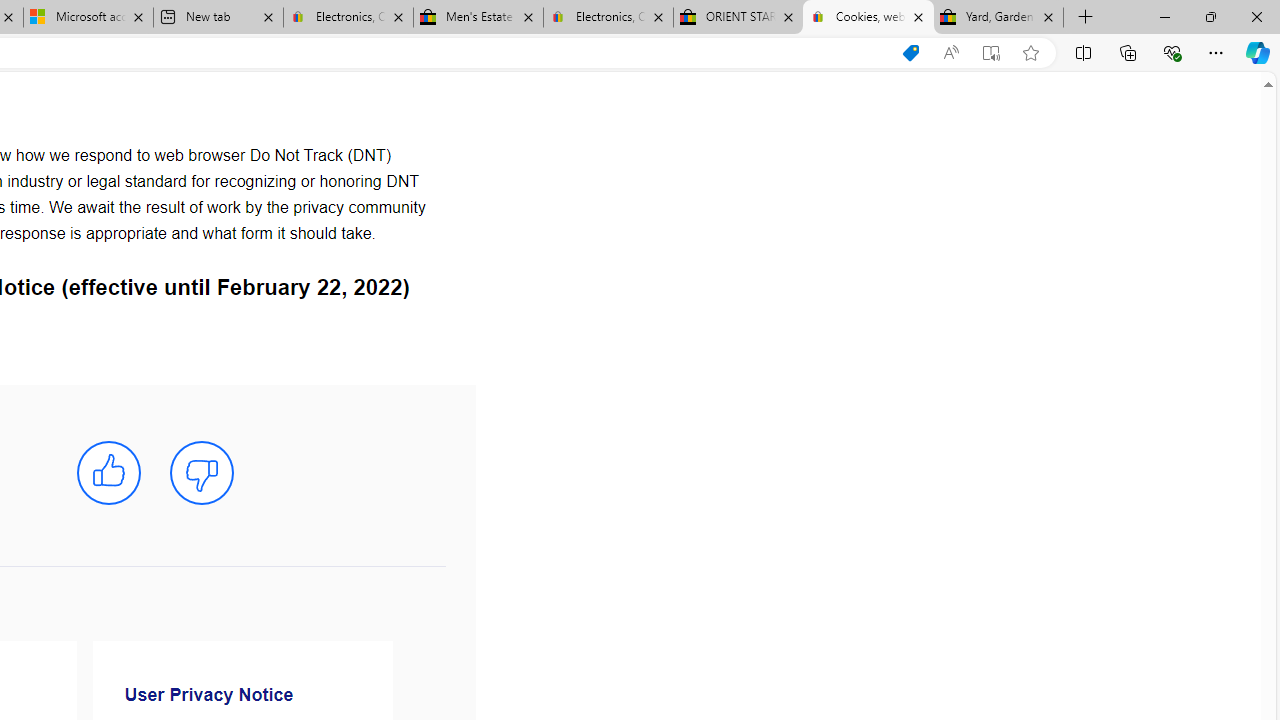  I want to click on 'Microsoft account | Account Checkup', so click(87, 17).